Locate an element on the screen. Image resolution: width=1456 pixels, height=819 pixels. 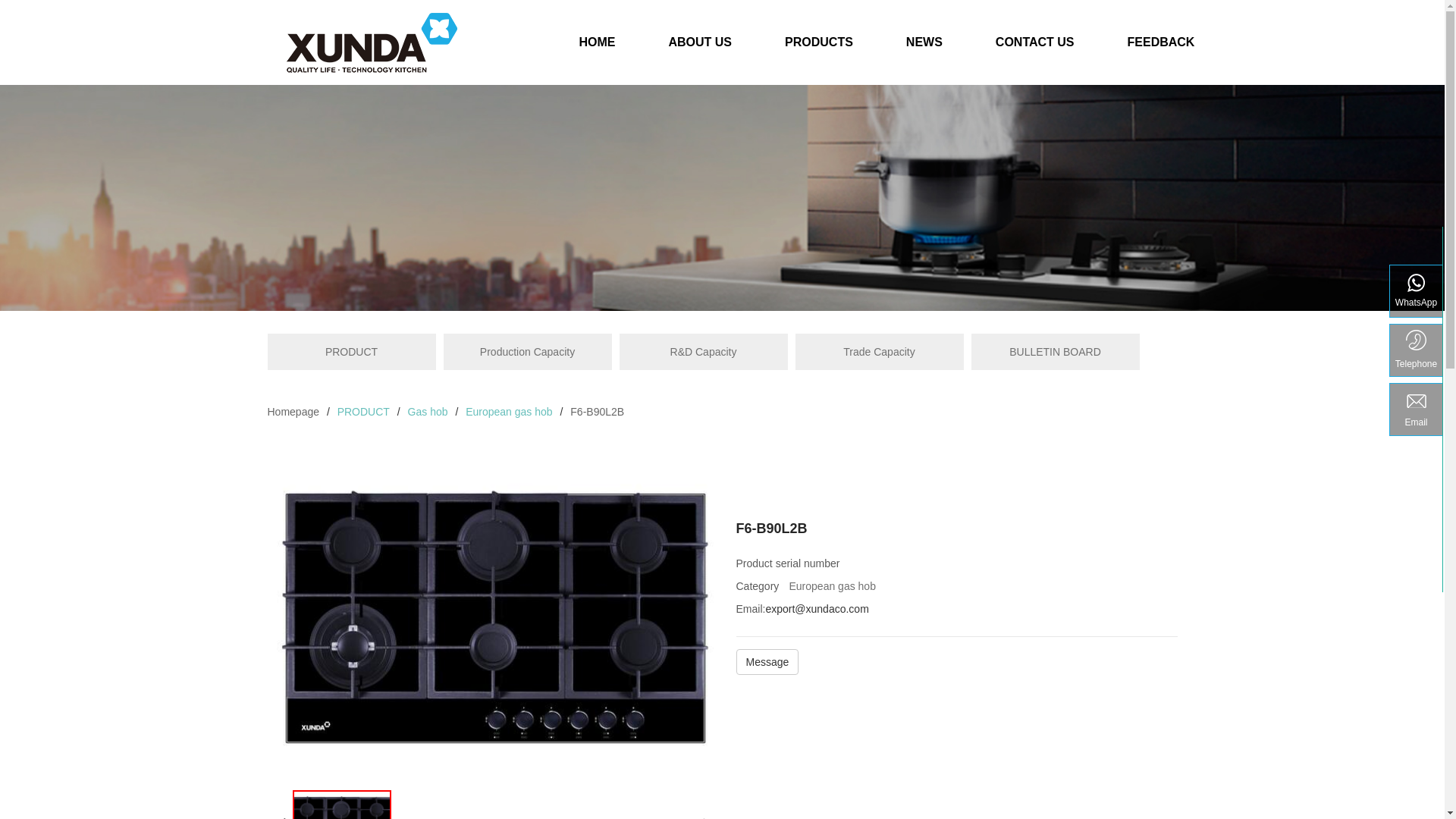
'R&D Capacity' is located at coordinates (701, 351).